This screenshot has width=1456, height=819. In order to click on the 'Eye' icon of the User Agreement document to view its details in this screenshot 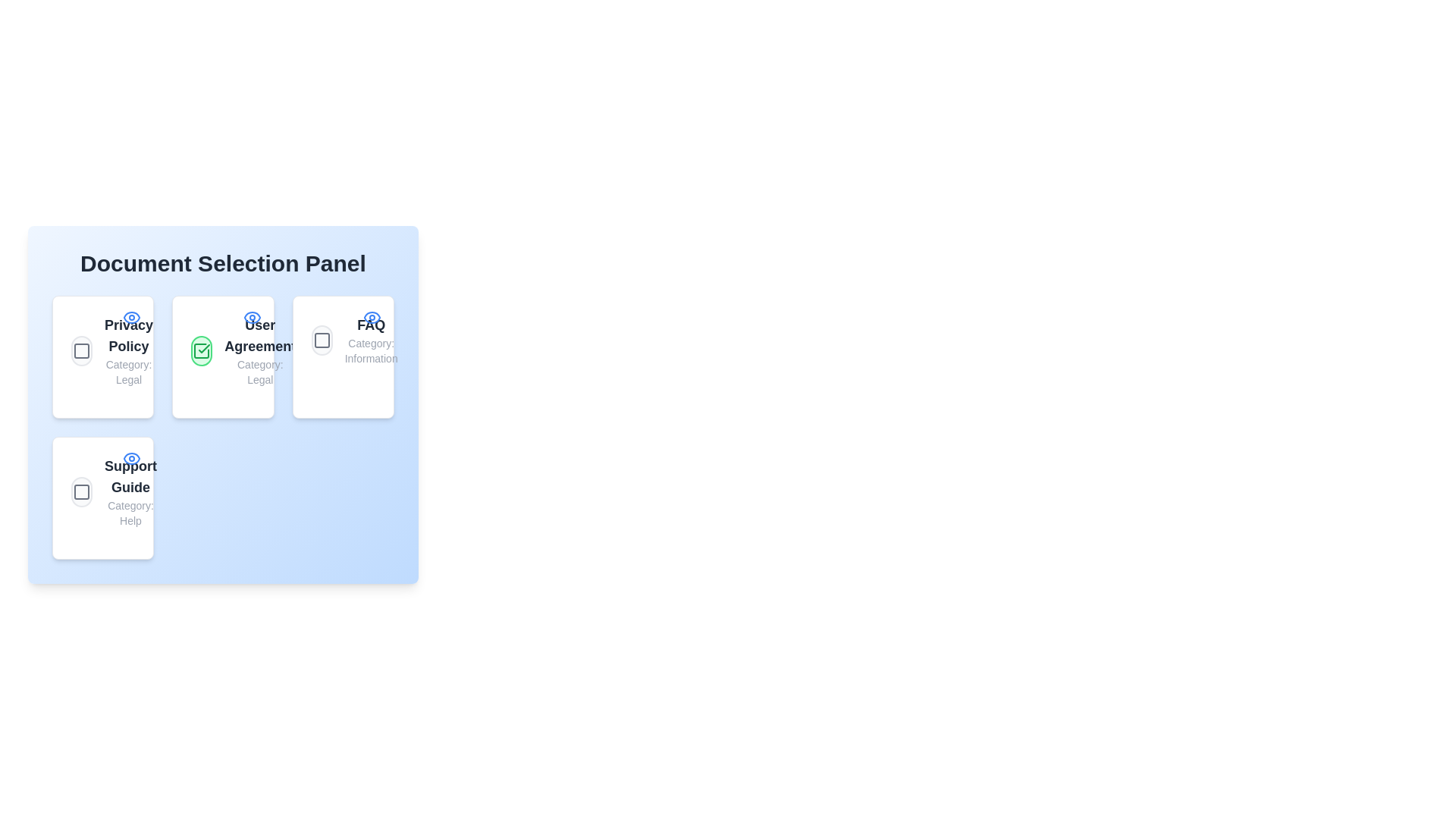, I will do `click(251, 317)`.